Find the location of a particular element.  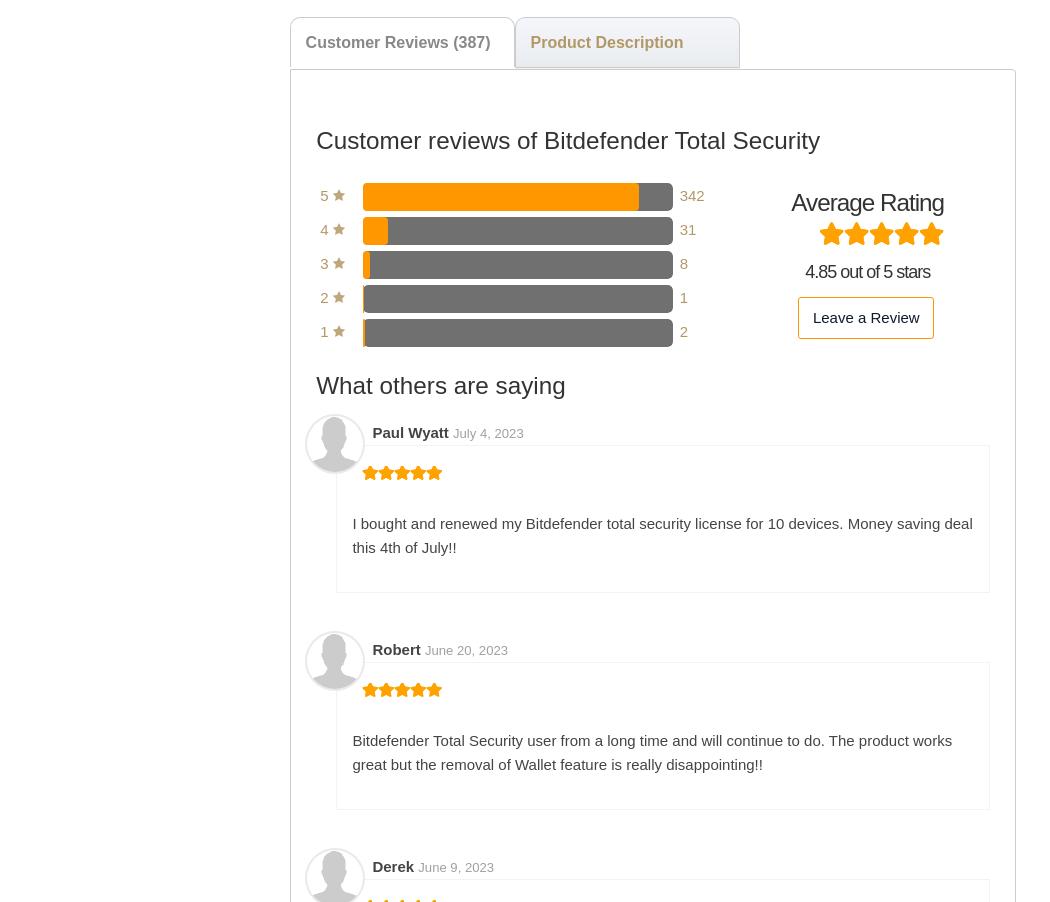

'What others are saying' is located at coordinates (439, 384).